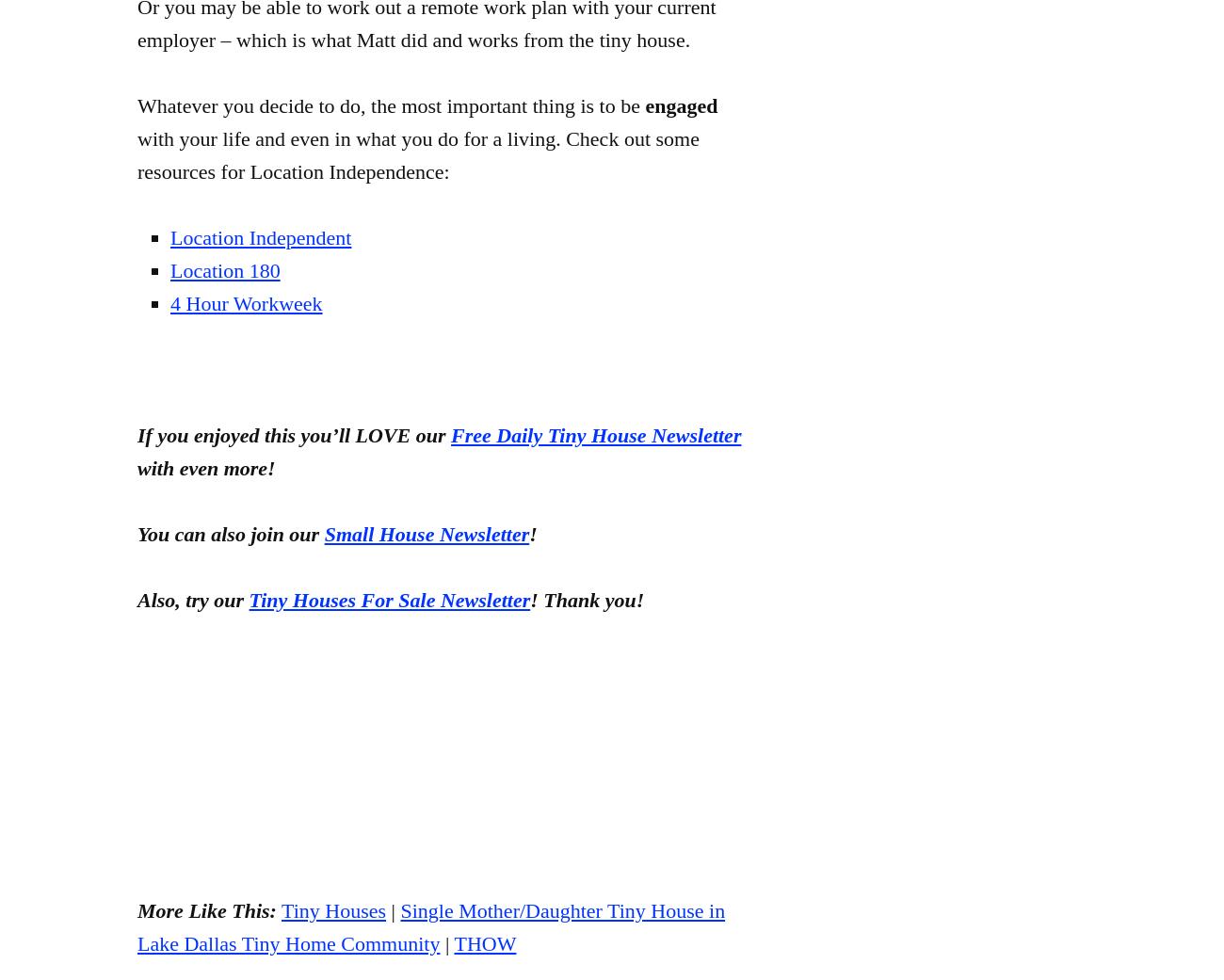 Image resolution: width=1224 pixels, height=980 pixels. What do you see at coordinates (136, 534) in the screenshot?
I see `'You can also join our'` at bounding box center [136, 534].